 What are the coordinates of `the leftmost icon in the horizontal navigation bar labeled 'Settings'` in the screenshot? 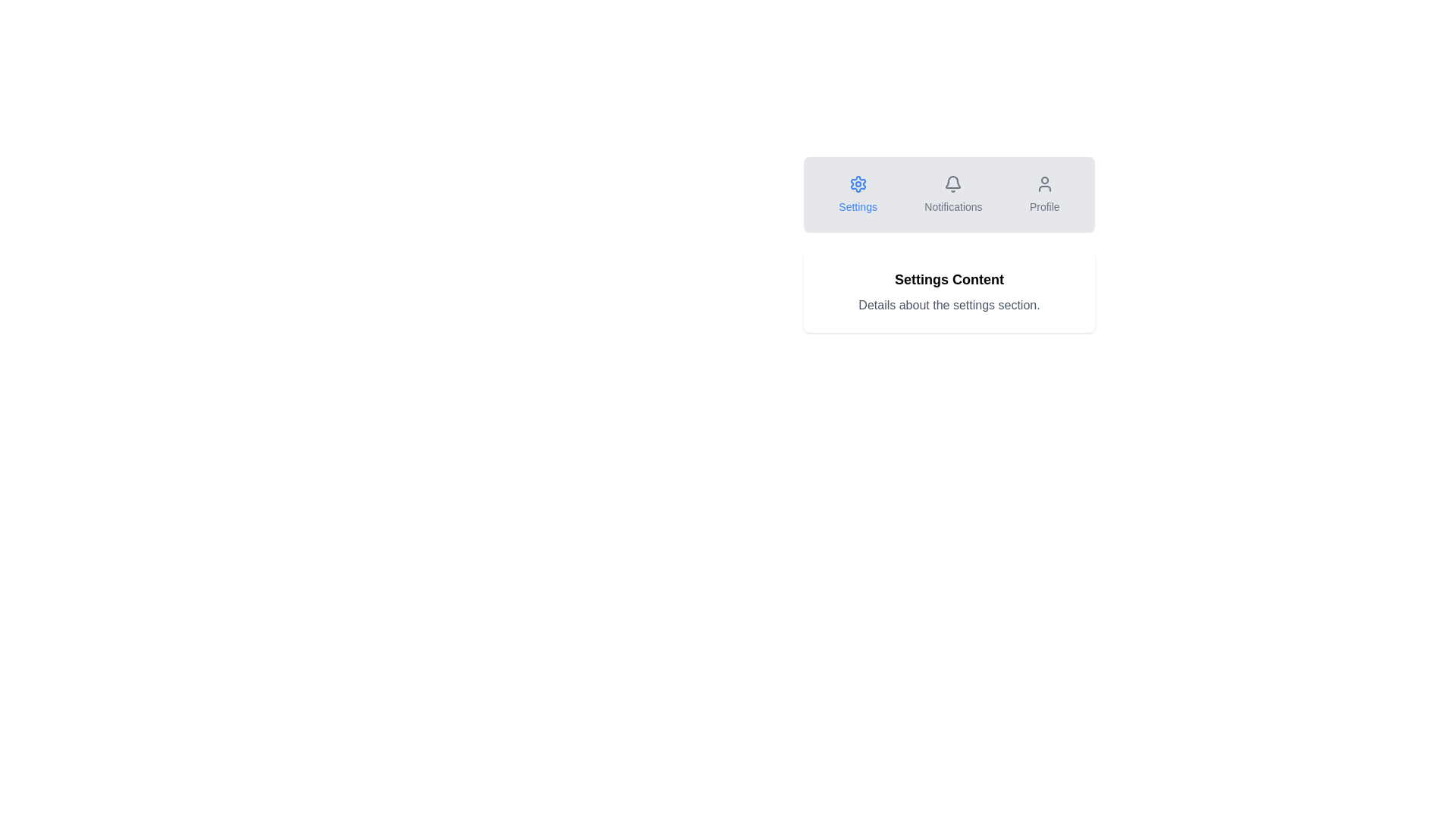 It's located at (858, 184).